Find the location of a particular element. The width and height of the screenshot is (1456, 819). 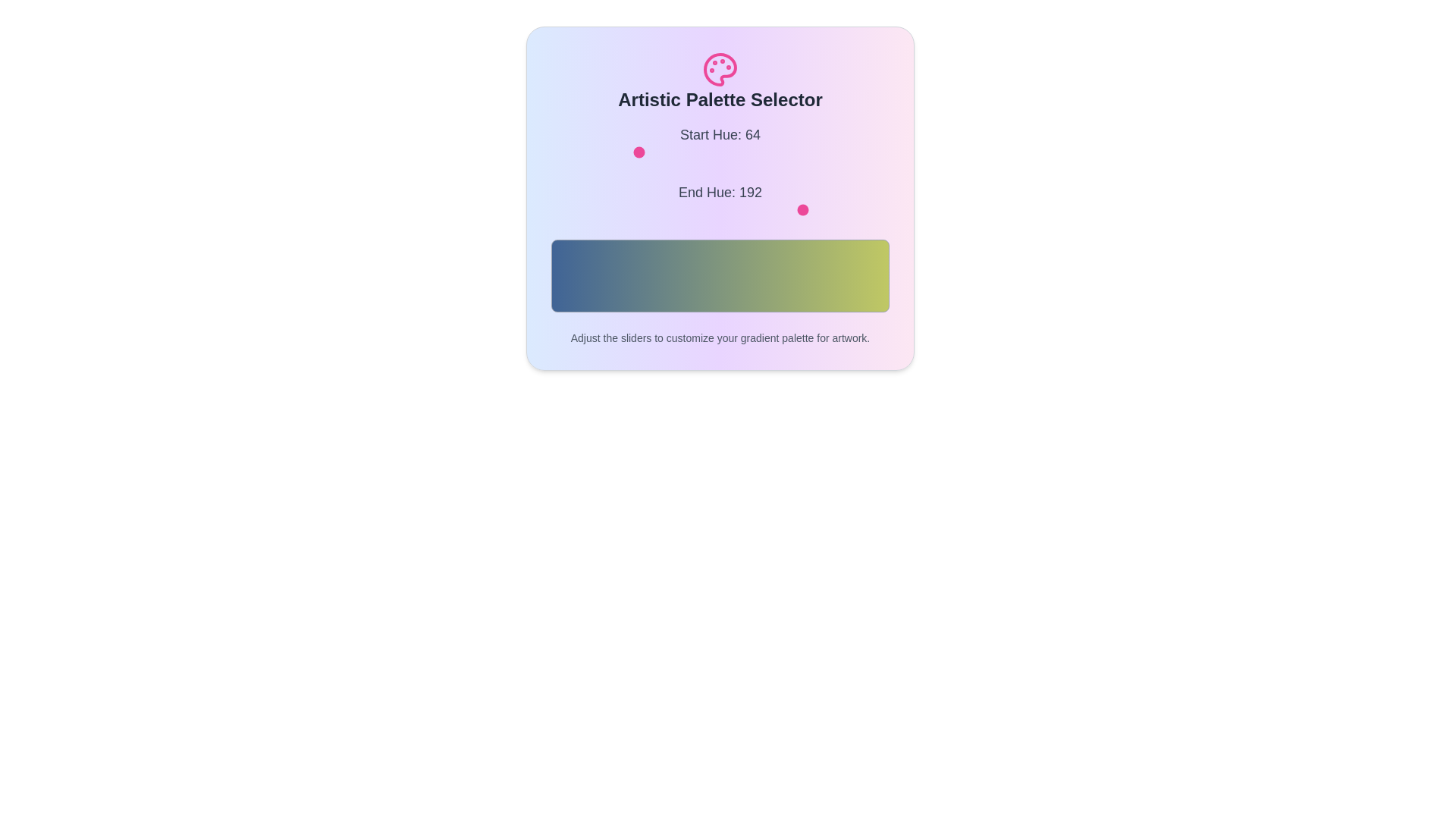

the 'End Hue' slider to 105 is located at coordinates (689, 210).